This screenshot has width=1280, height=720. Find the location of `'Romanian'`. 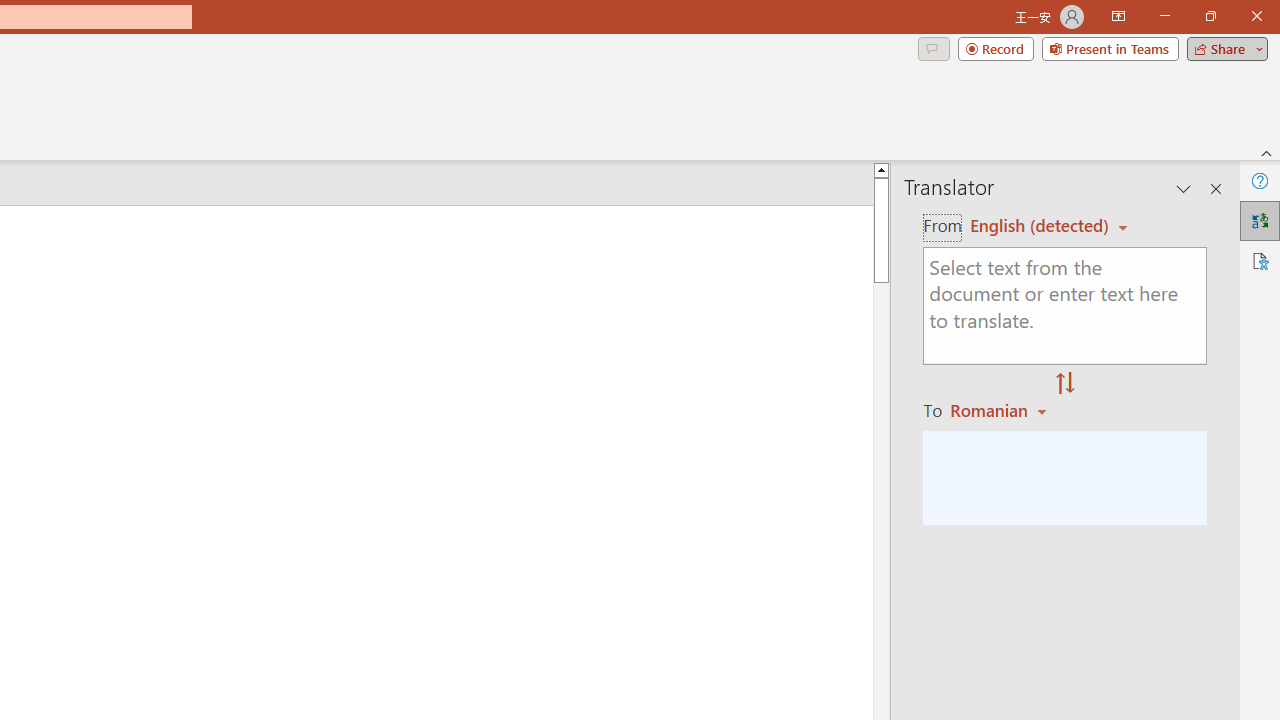

'Romanian' is located at coordinates (1001, 409).